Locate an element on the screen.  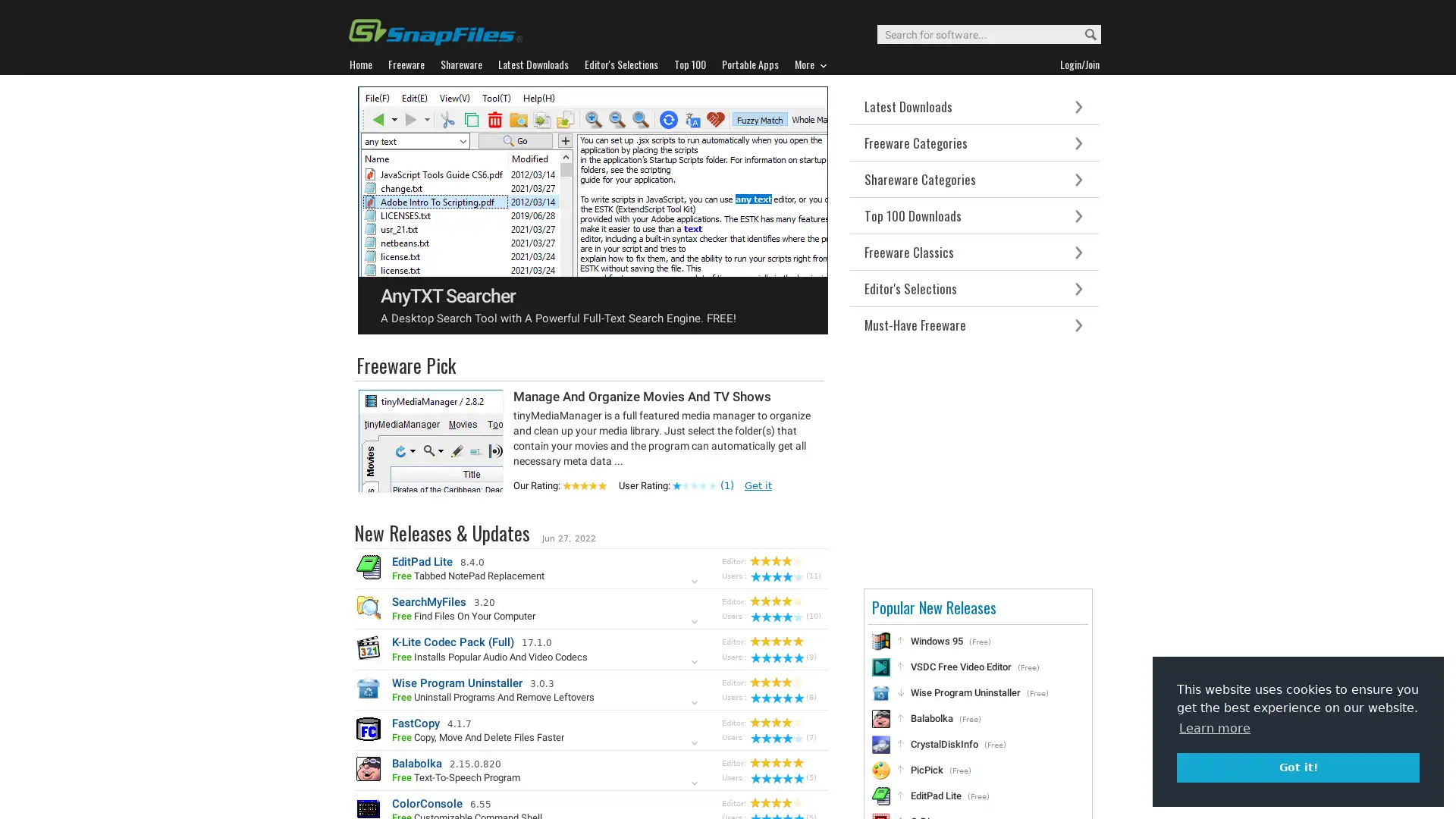
learn more about cookies is located at coordinates (1215, 727).